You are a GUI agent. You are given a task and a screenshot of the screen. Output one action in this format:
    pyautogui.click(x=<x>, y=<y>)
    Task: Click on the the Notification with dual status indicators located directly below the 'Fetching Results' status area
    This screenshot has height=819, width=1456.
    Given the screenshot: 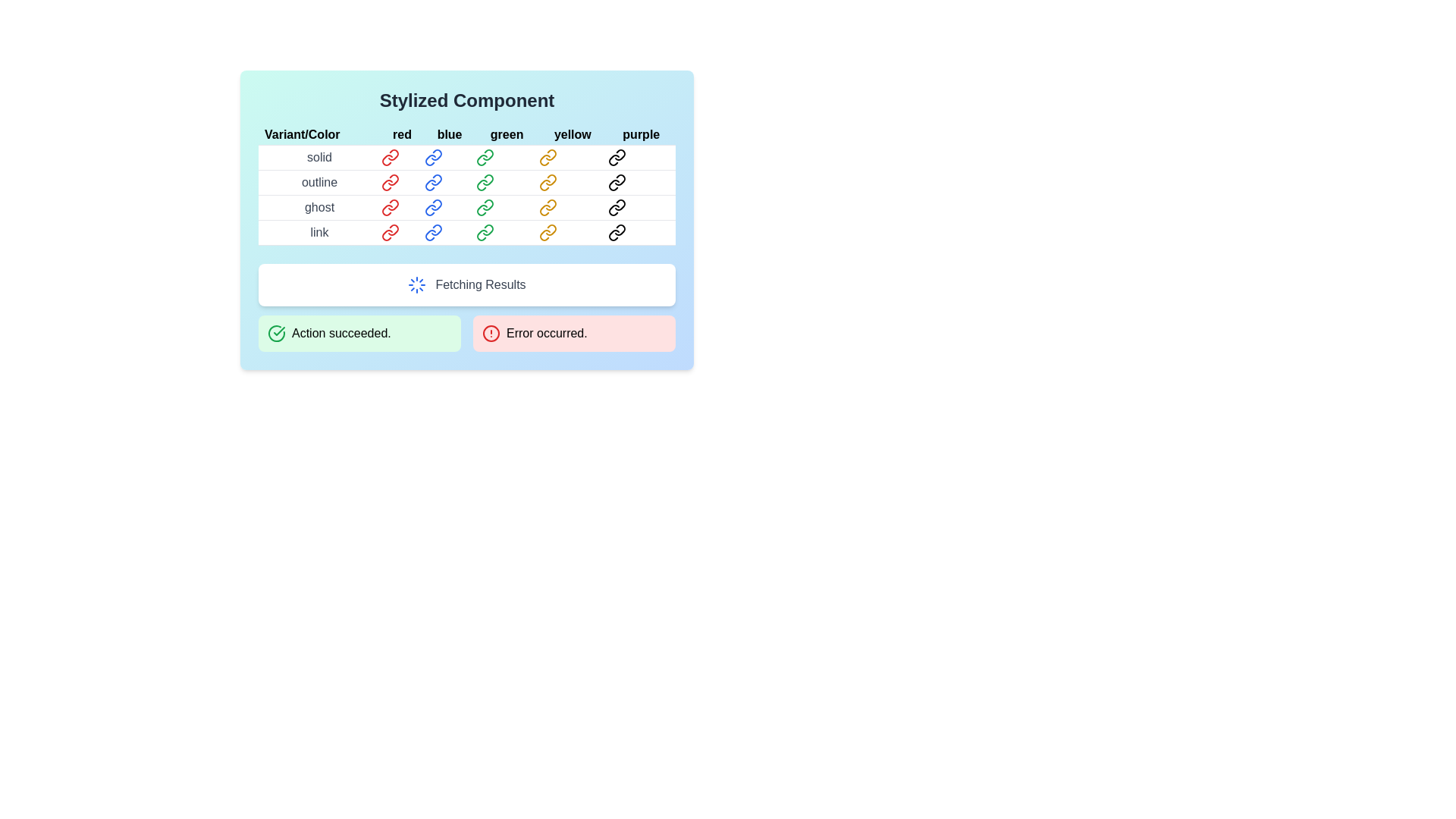 What is the action you would take?
    pyautogui.click(x=466, y=307)
    